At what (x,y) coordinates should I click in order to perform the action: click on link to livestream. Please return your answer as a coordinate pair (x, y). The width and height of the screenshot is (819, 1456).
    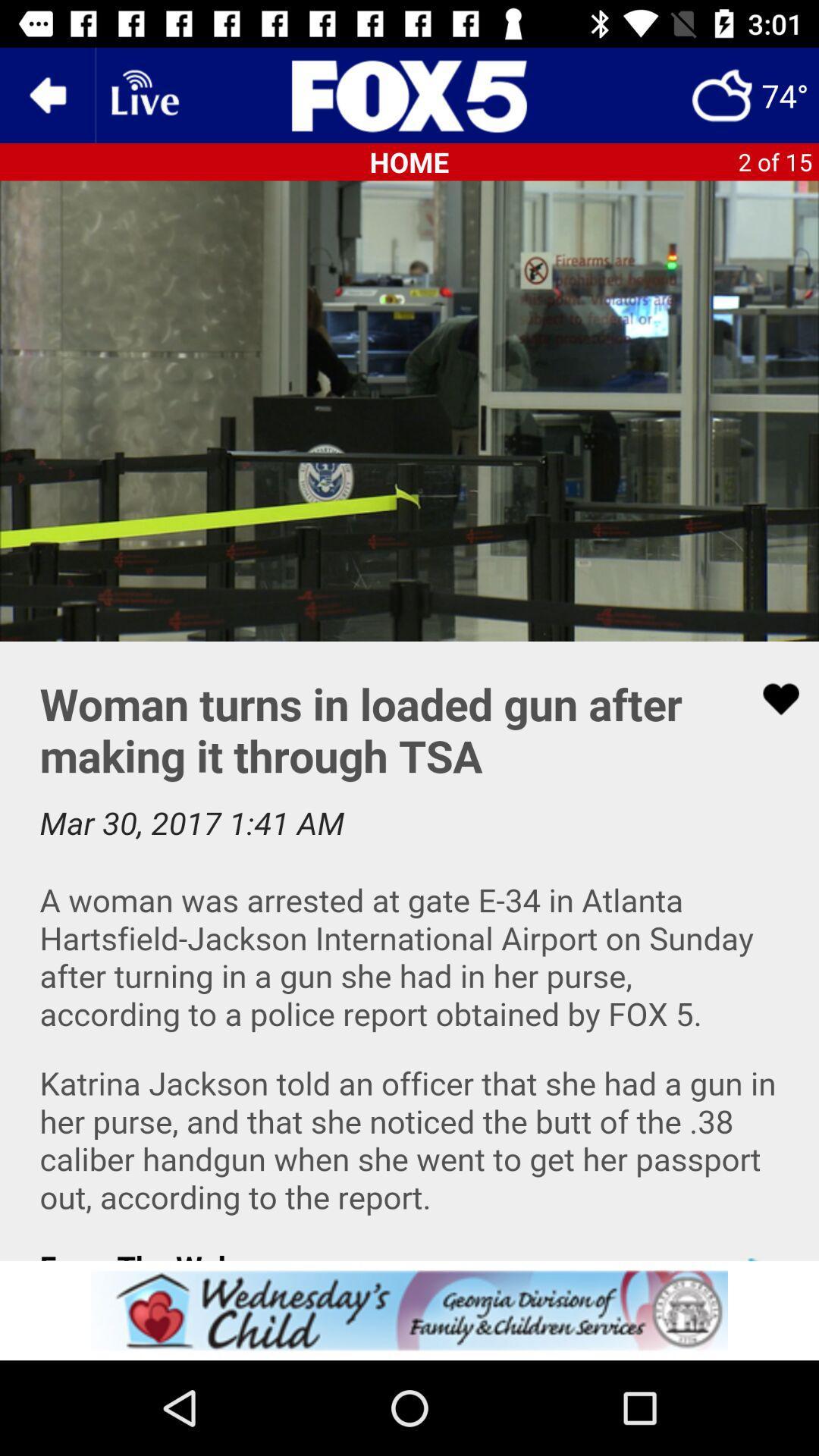
    Looking at the image, I should click on (143, 94).